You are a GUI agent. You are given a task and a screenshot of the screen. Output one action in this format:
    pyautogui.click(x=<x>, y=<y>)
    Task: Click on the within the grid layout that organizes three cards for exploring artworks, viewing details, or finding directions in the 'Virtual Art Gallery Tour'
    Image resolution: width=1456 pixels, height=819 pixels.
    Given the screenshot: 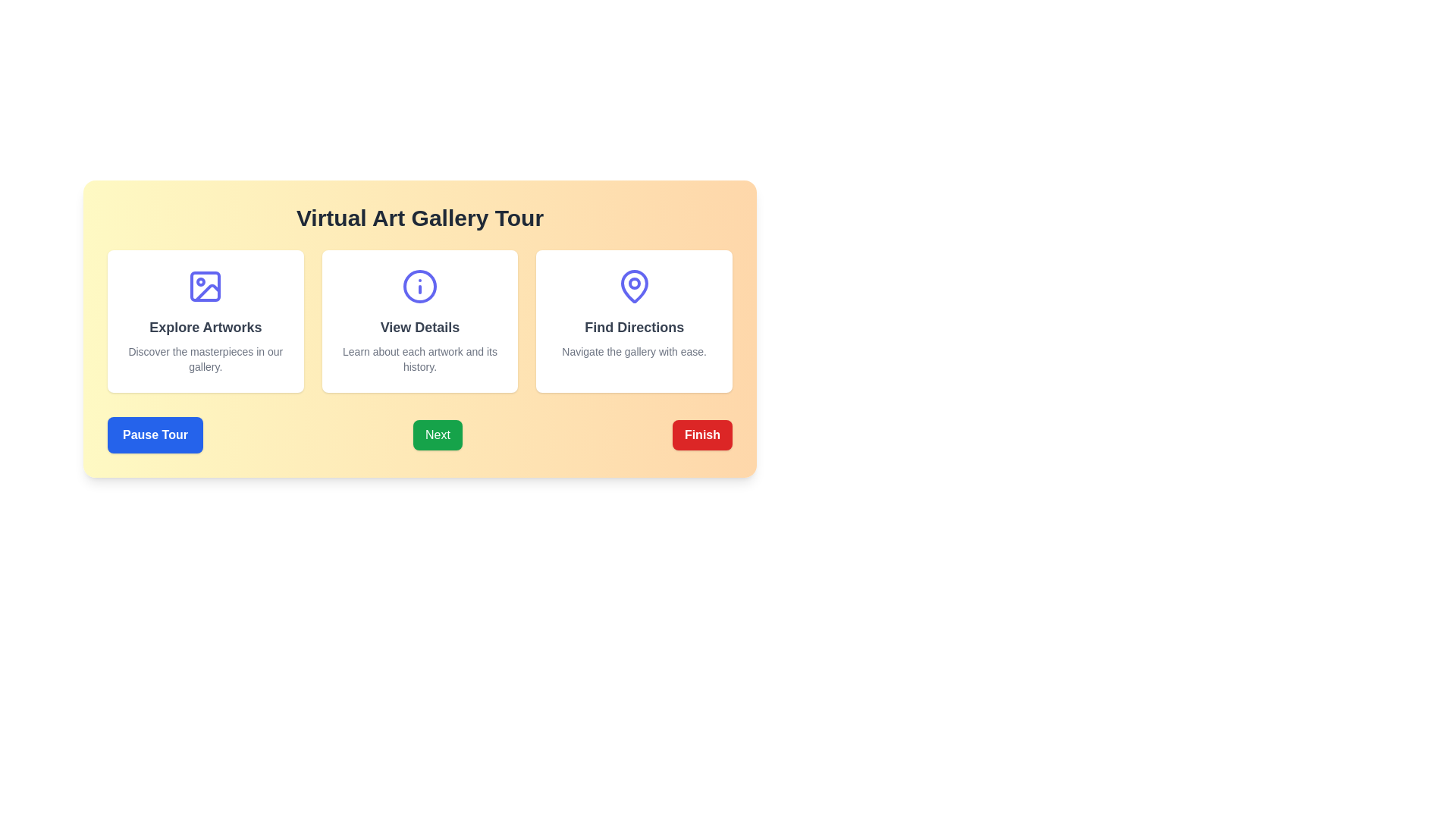 What is the action you would take?
    pyautogui.click(x=419, y=321)
    